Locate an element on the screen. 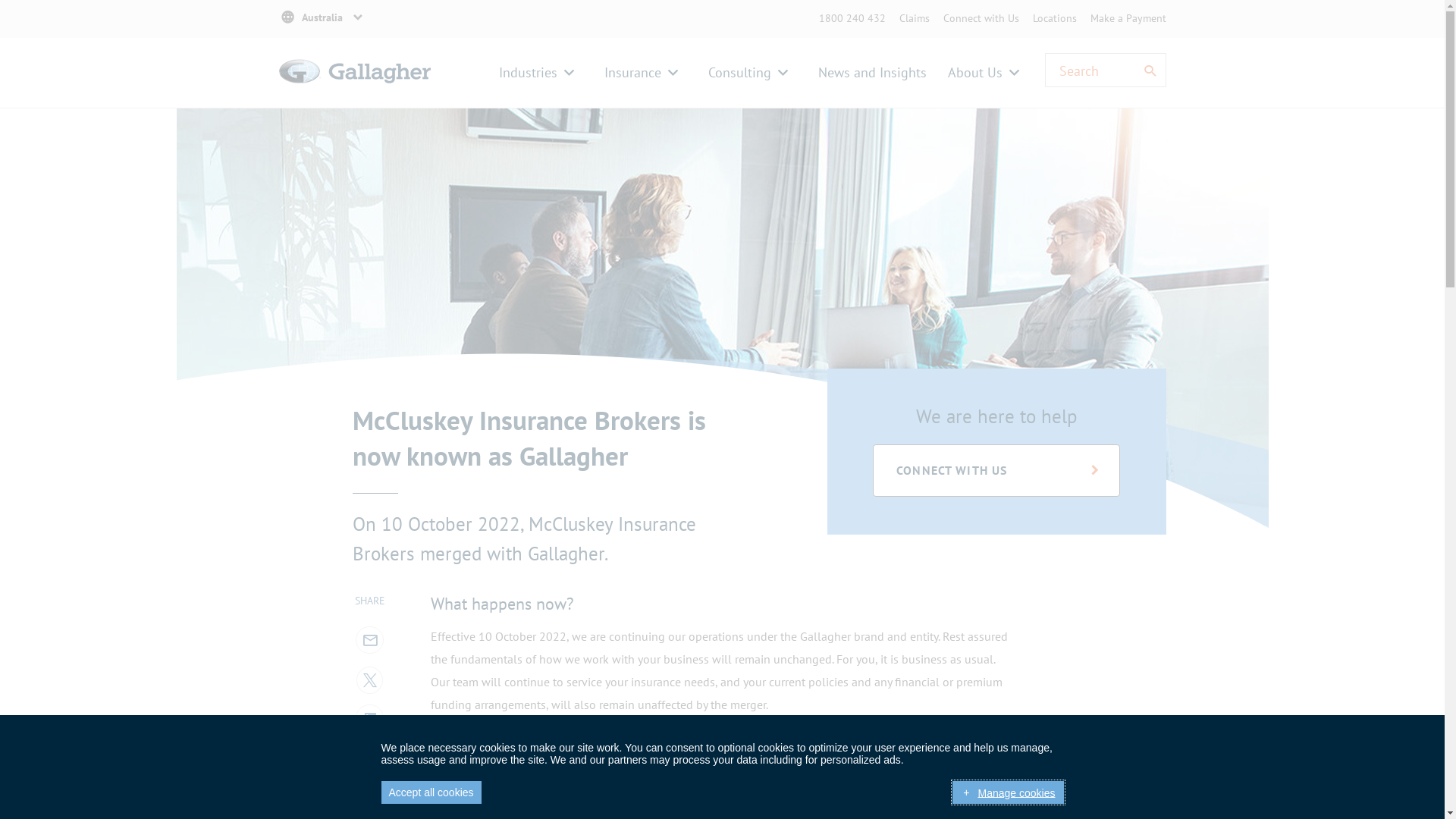  'Share this via LinkedIn' is located at coordinates (369, 717).